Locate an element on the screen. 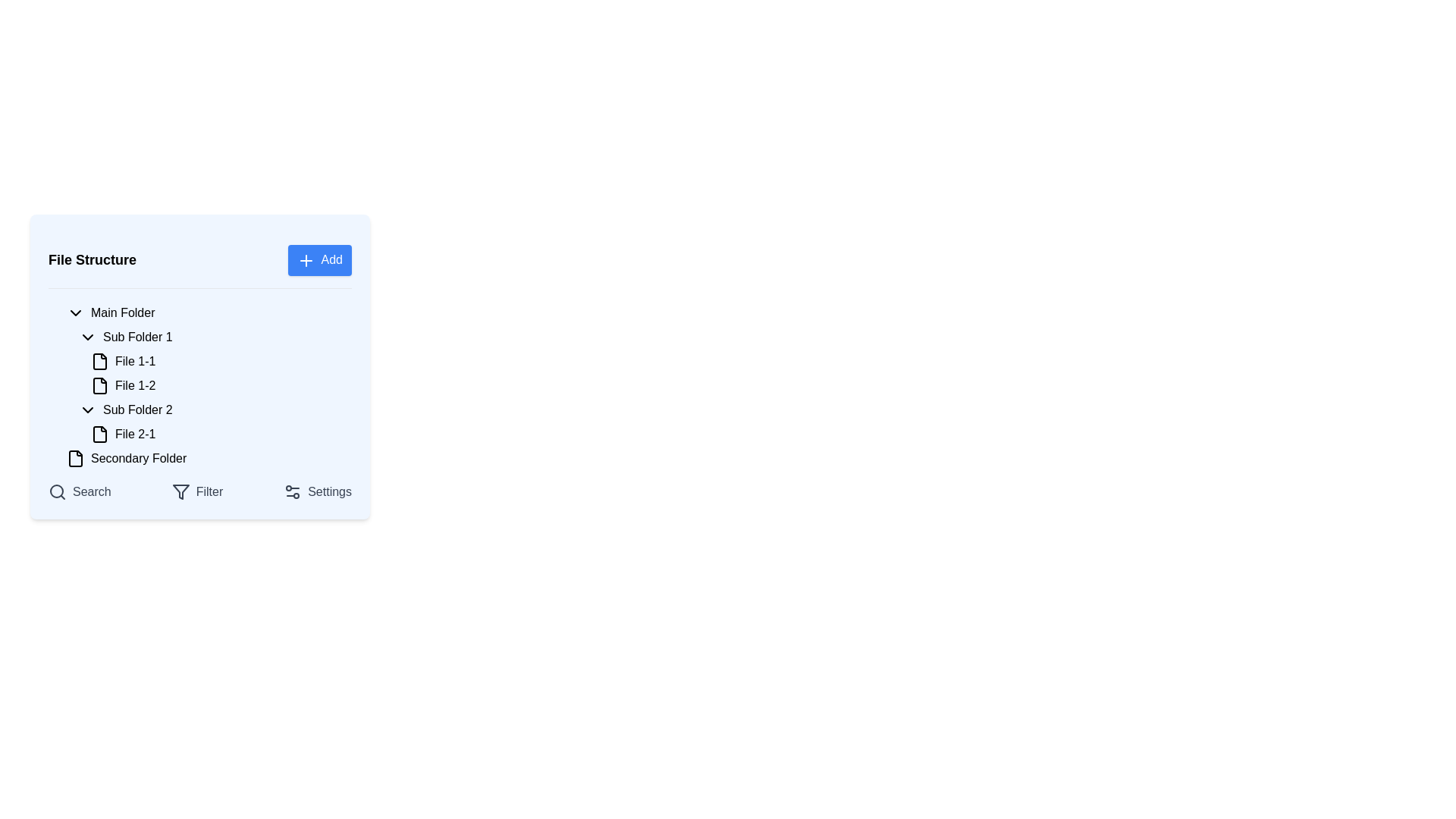 The width and height of the screenshot is (1456, 819). the text label representing the folder named 'Sub Folder 2' is located at coordinates (137, 409).